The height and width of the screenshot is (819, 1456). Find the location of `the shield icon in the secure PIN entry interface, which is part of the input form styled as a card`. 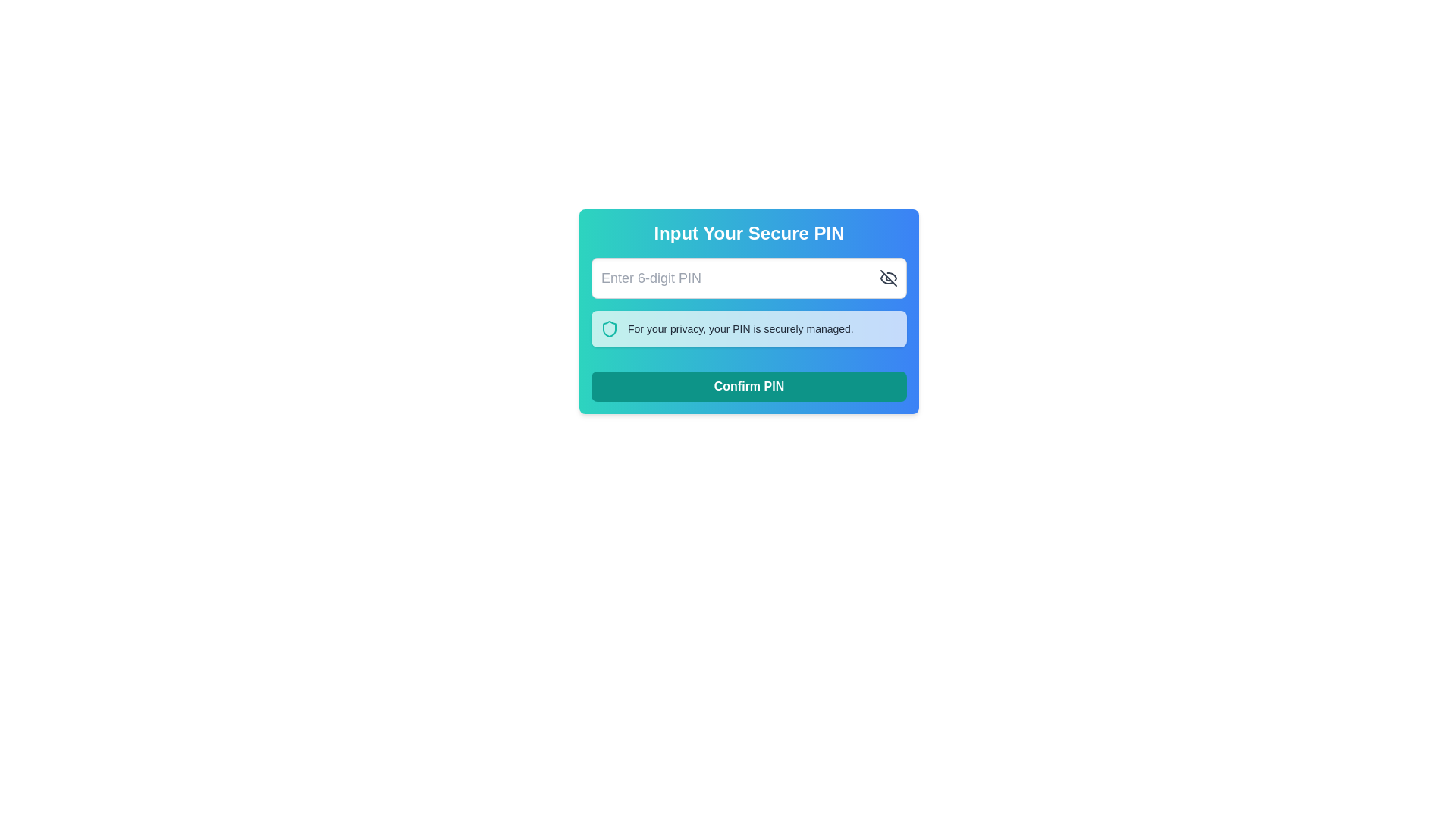

the shield icon in the secure PIN entry interface, which is part of the input form styled as a card is located at coordinates (749, 311).